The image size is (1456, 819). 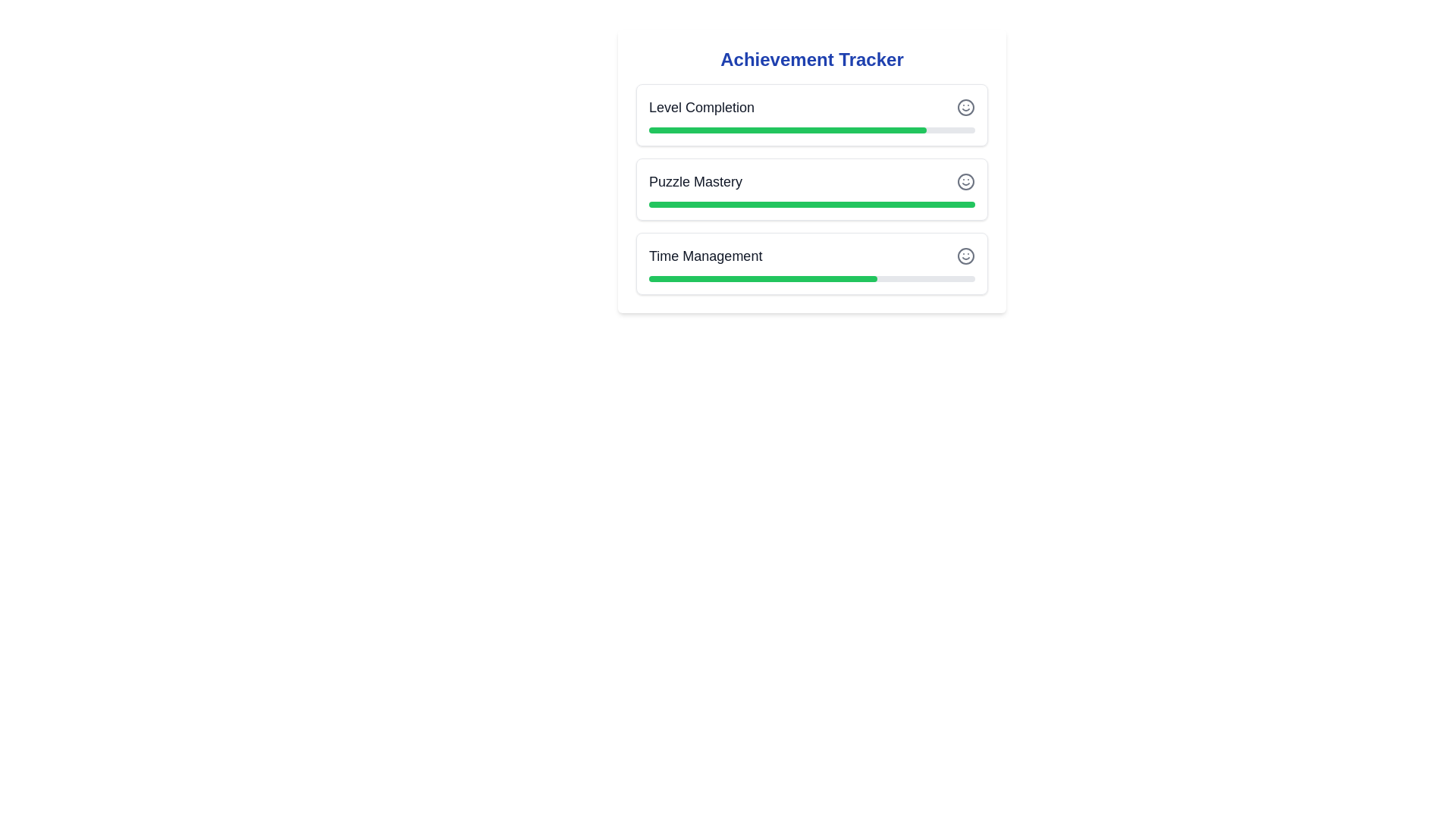 I want to click on the Progress information card that displays the user's progress in the 'Puzzle Mastery' category, located below 'Level Completion' and above 'Time Management', so click(x=811, y=189).